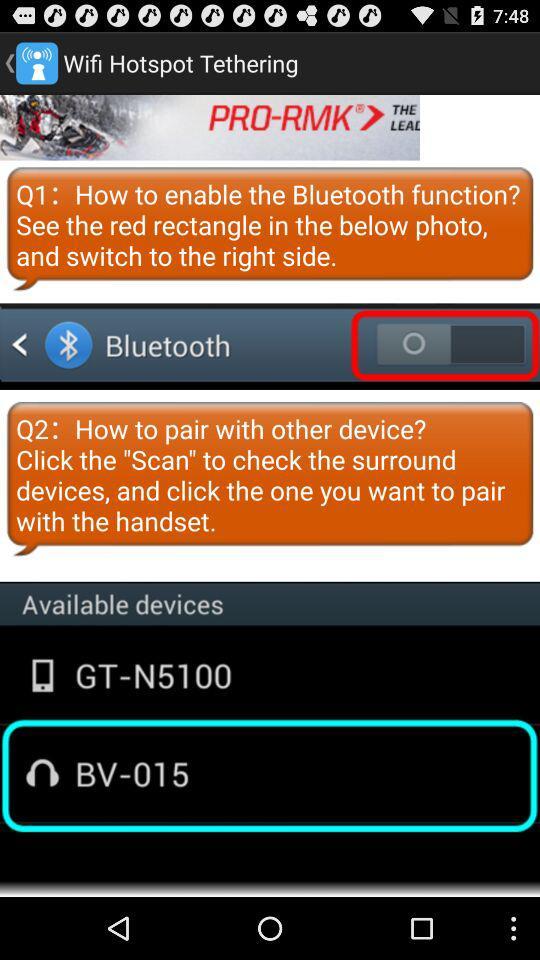 This screenshot has height=960, width=540. I want to click on advertisement for pro rmk, so click(209, 126).